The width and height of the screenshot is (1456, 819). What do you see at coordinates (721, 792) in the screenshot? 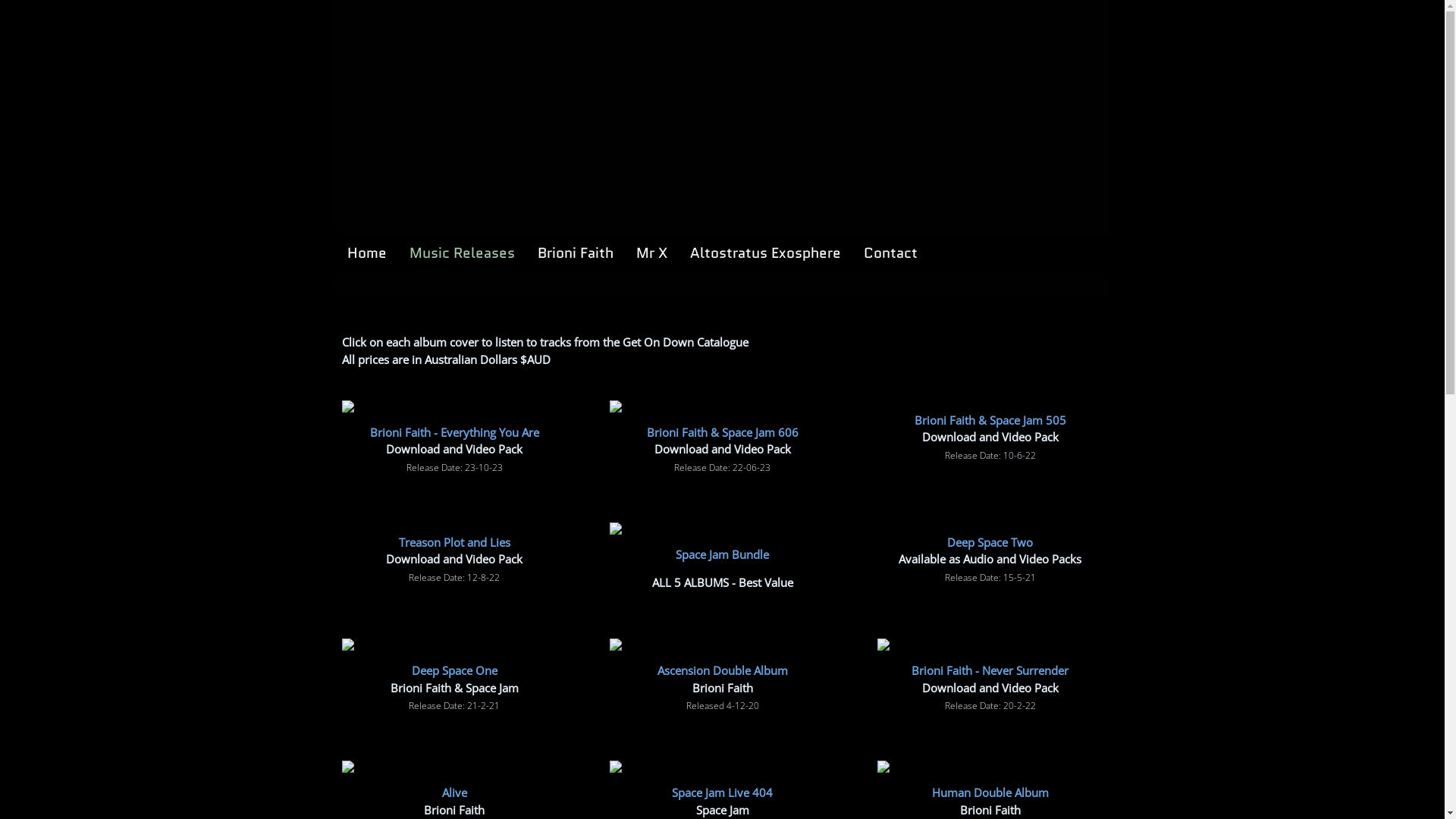
I see `'Space Jam Live 404'` at bounding box center [721, 792].